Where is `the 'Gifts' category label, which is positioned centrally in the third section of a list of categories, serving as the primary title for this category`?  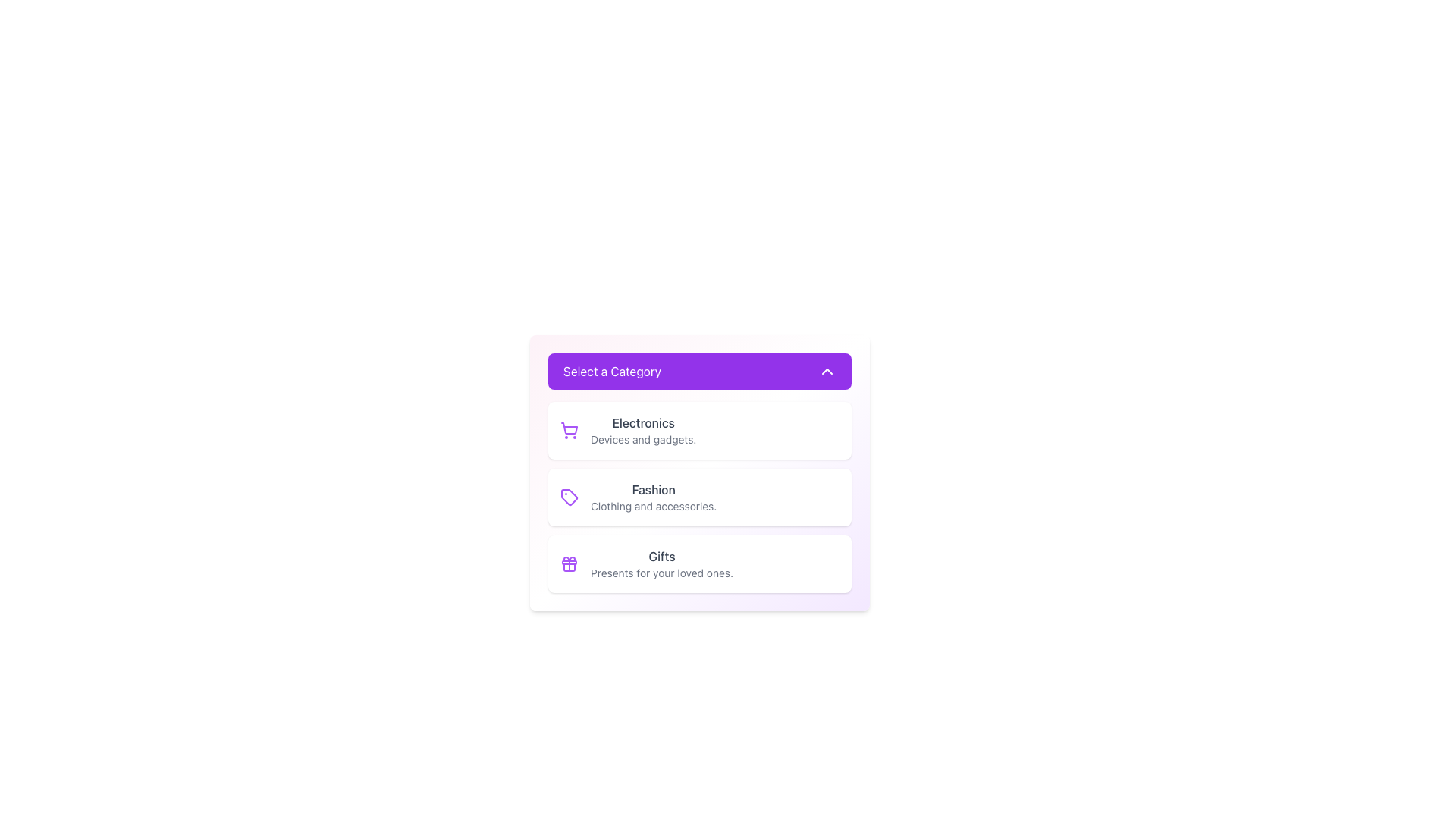 the 'Gifts' category label, which is positioned centrally in the third section of a list of categories, serving as the primary title for this category is located at coordinates (662, 556).